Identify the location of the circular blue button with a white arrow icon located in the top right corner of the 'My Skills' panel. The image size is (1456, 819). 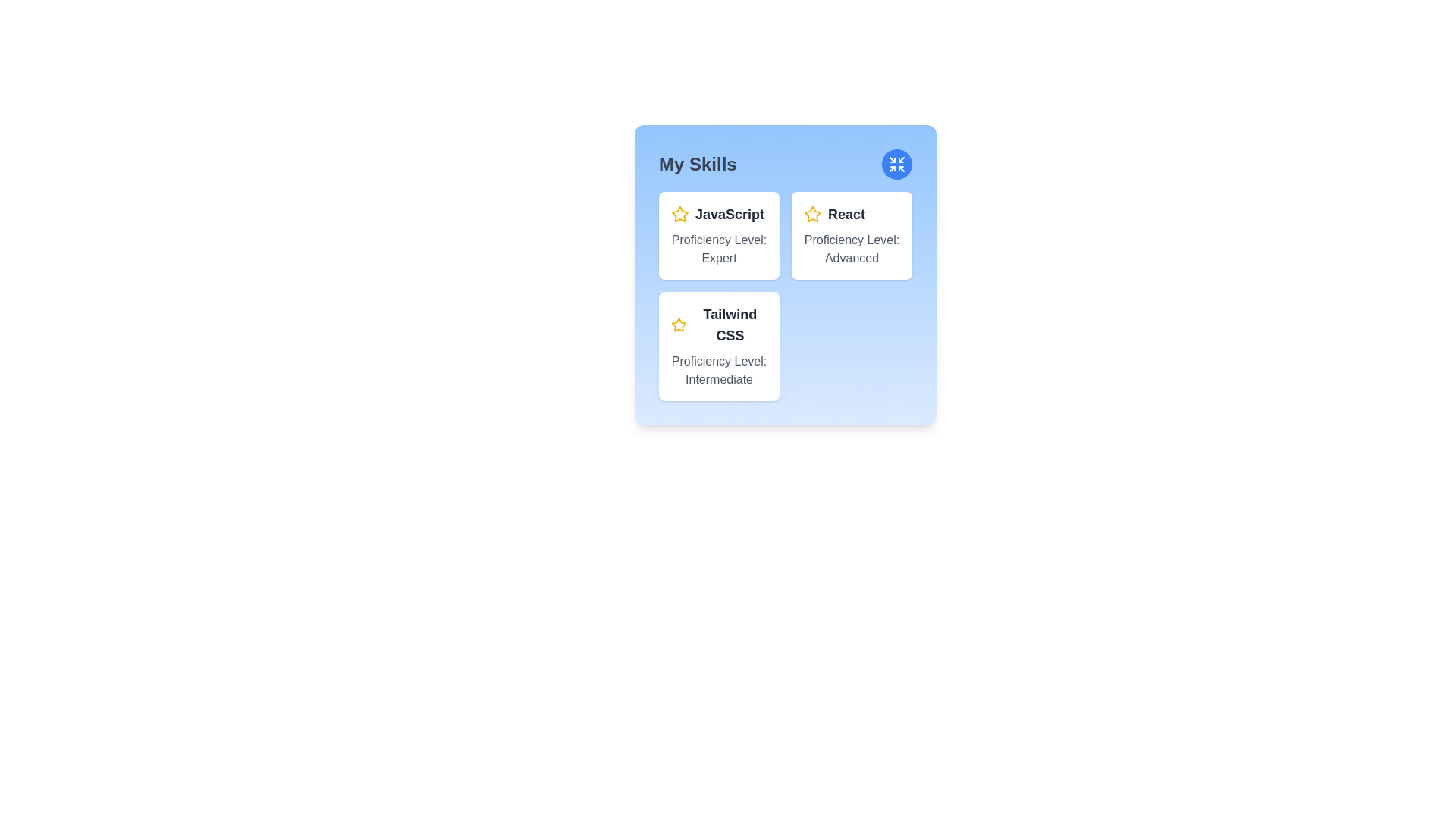
(896, 164).